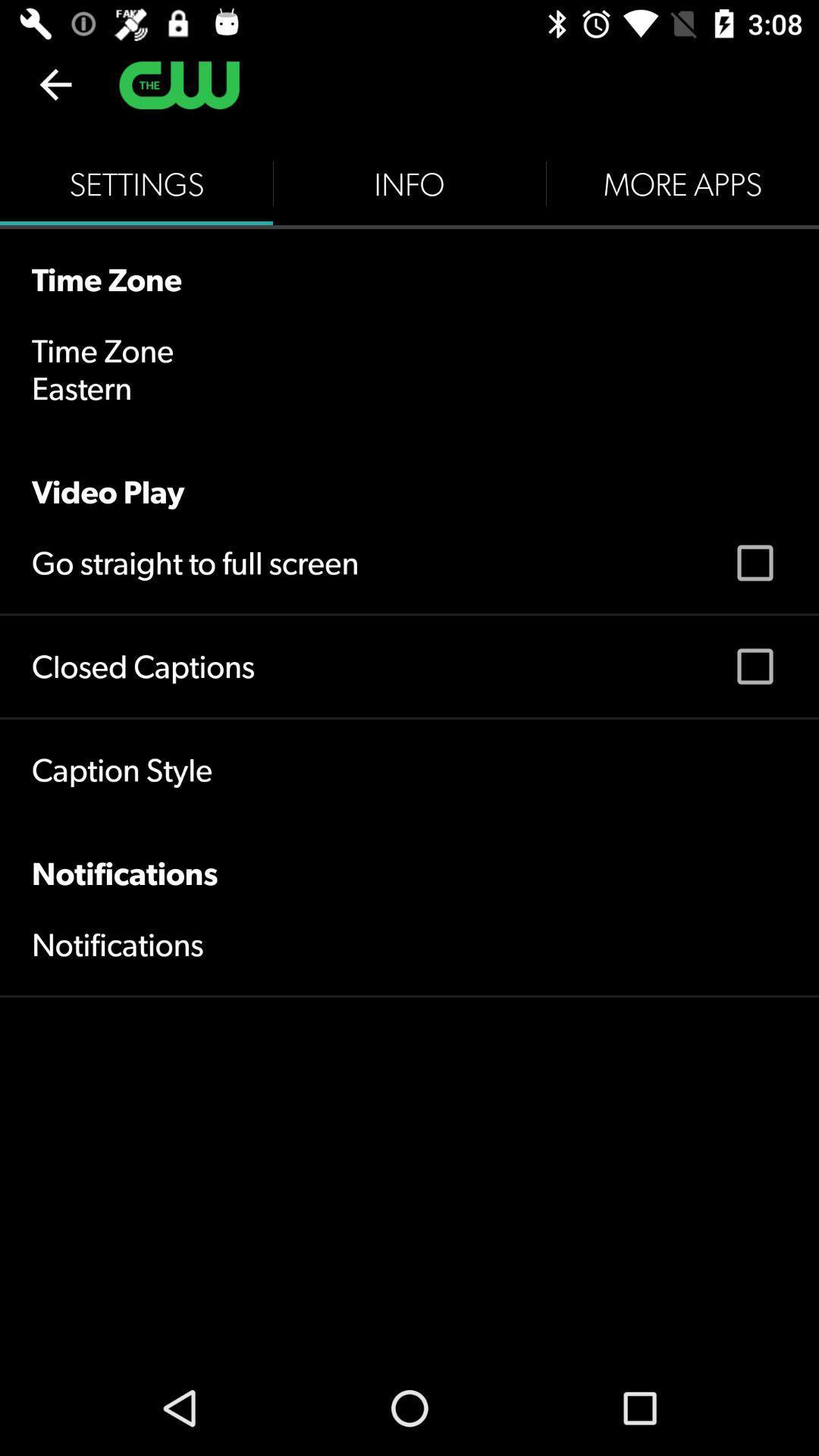 This screenshot has height=1456, width=819. I want to click on the settings item, so click(136, 184).